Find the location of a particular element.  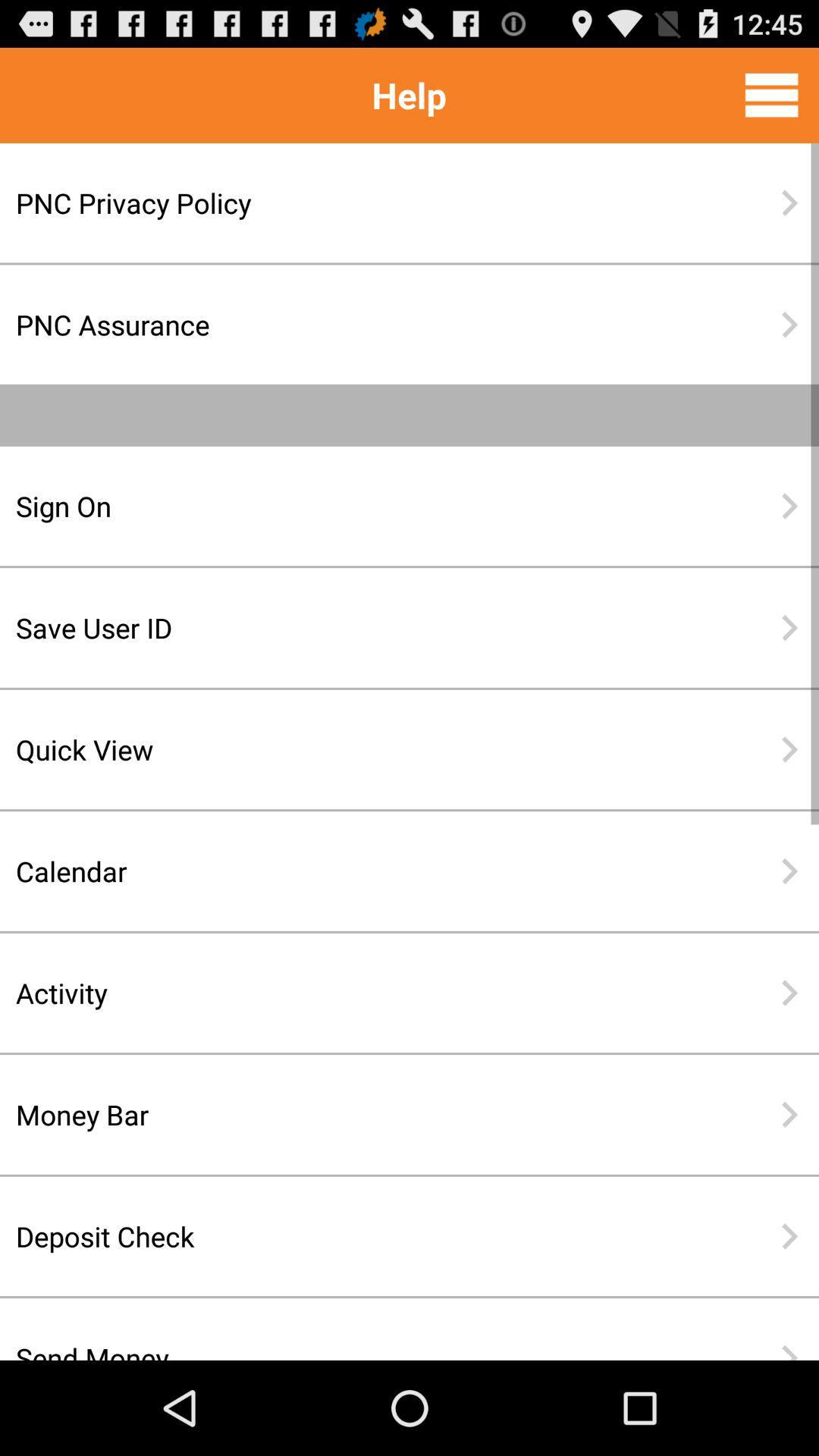

the item to the right of sign on item is located at coordinates (789, 506).